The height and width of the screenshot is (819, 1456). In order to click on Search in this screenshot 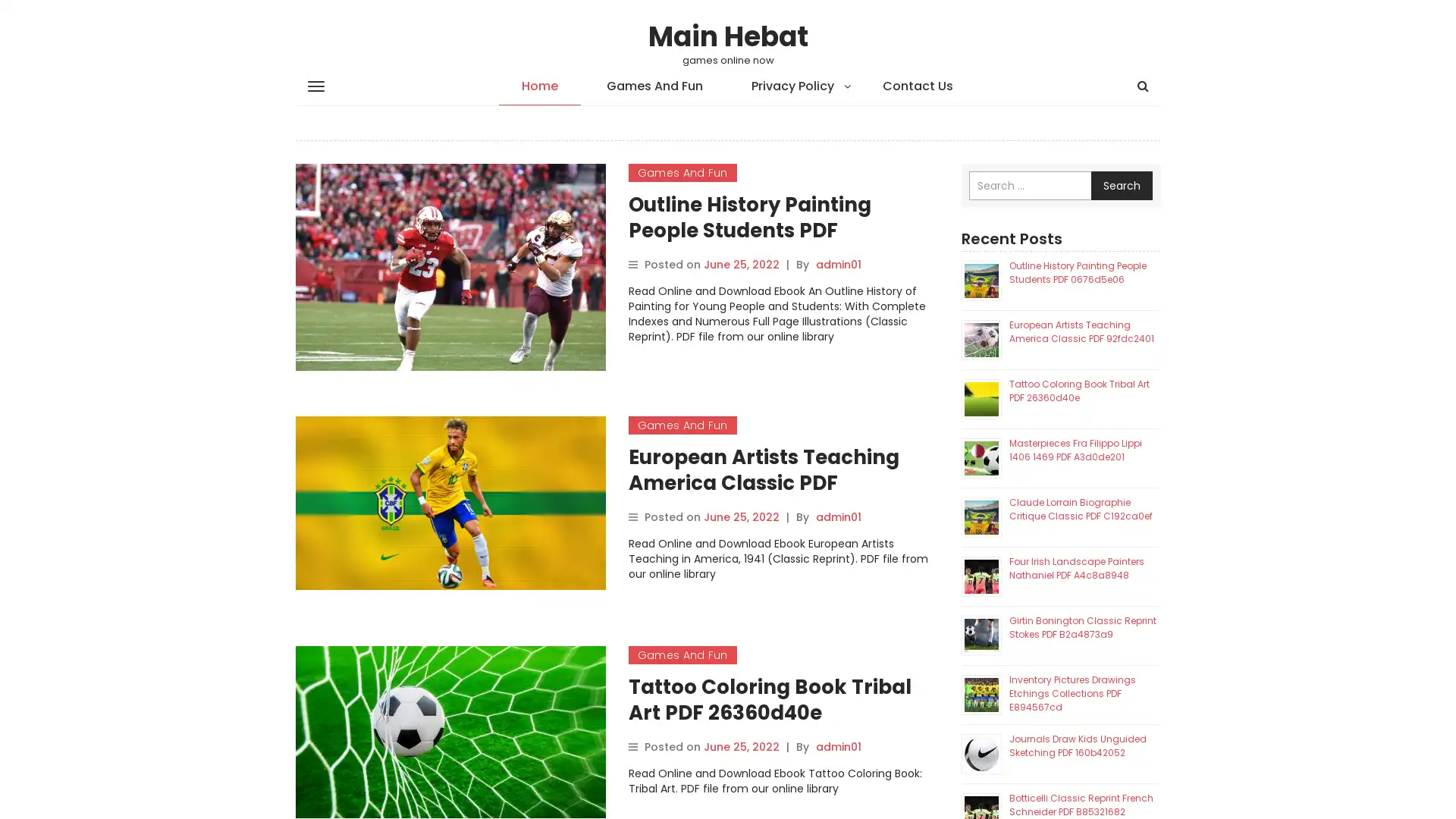, I will do `click(1122, 185)`.